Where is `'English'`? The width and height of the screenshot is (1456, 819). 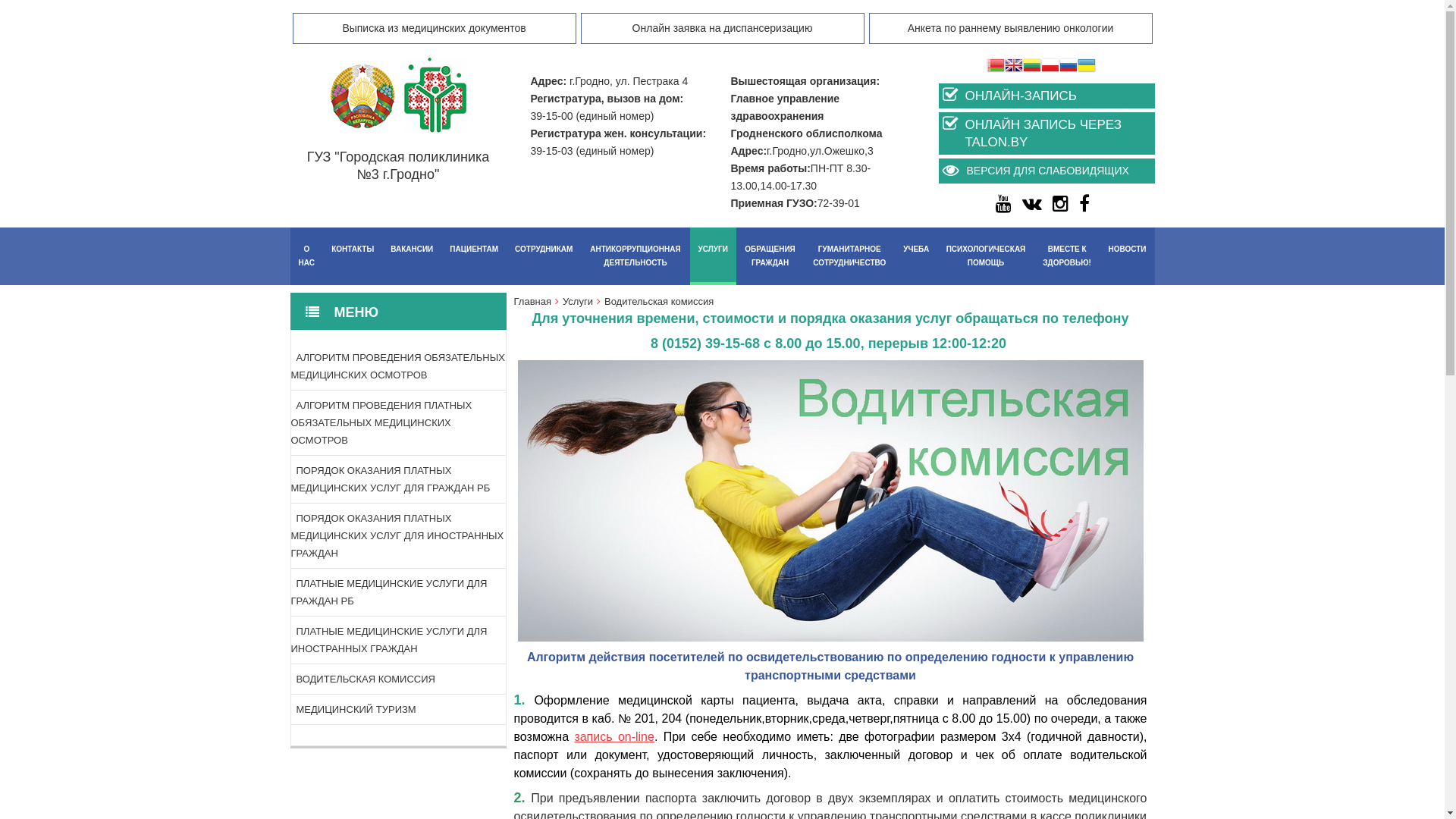
'English' is located at coordinates (1012, 66).